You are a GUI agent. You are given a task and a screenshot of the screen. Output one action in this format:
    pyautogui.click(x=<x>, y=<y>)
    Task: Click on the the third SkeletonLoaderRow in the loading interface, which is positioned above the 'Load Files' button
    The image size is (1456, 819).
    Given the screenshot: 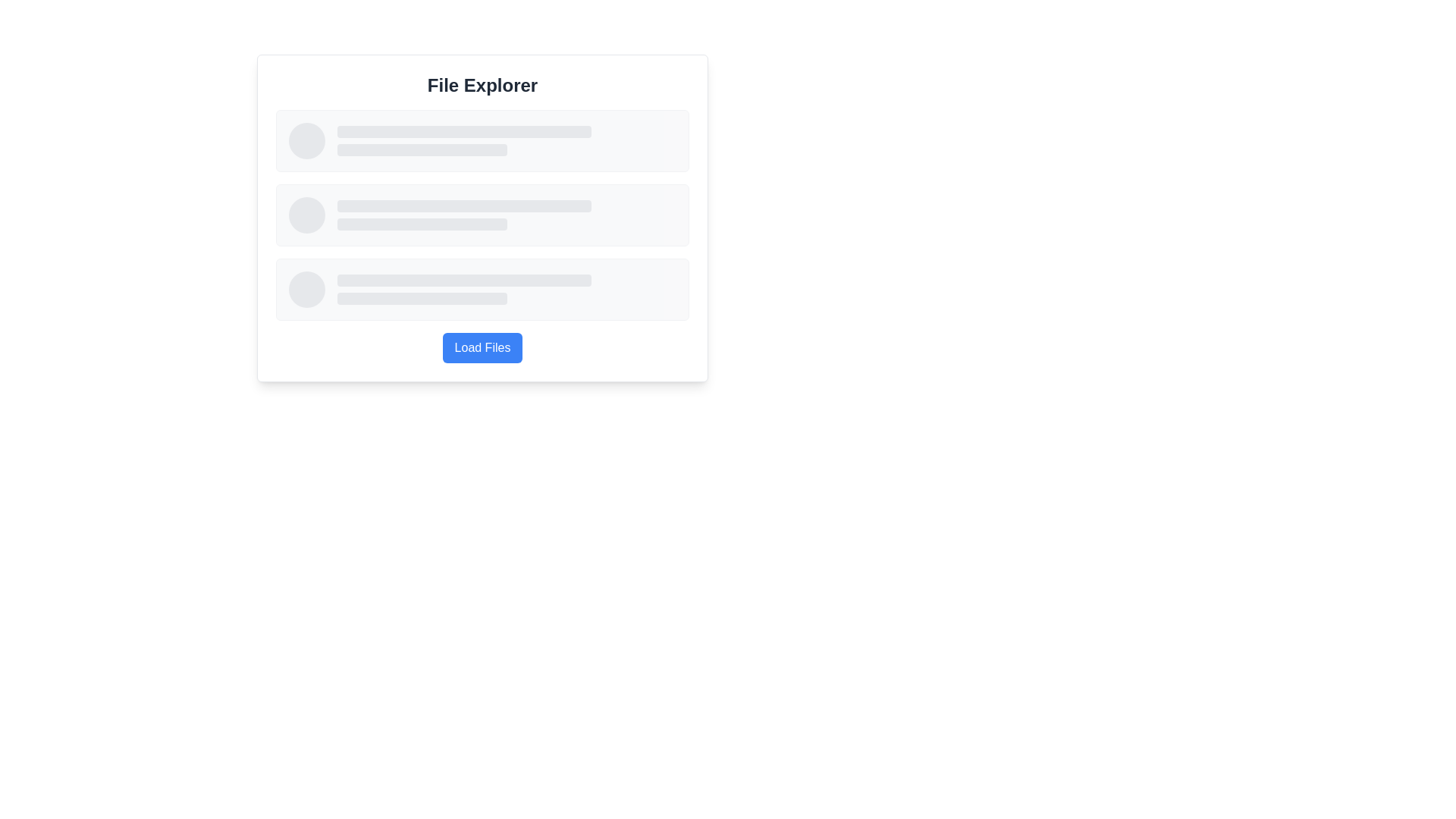 What is the action you would take?
    pyautogui.click(x=482, y=289)
    